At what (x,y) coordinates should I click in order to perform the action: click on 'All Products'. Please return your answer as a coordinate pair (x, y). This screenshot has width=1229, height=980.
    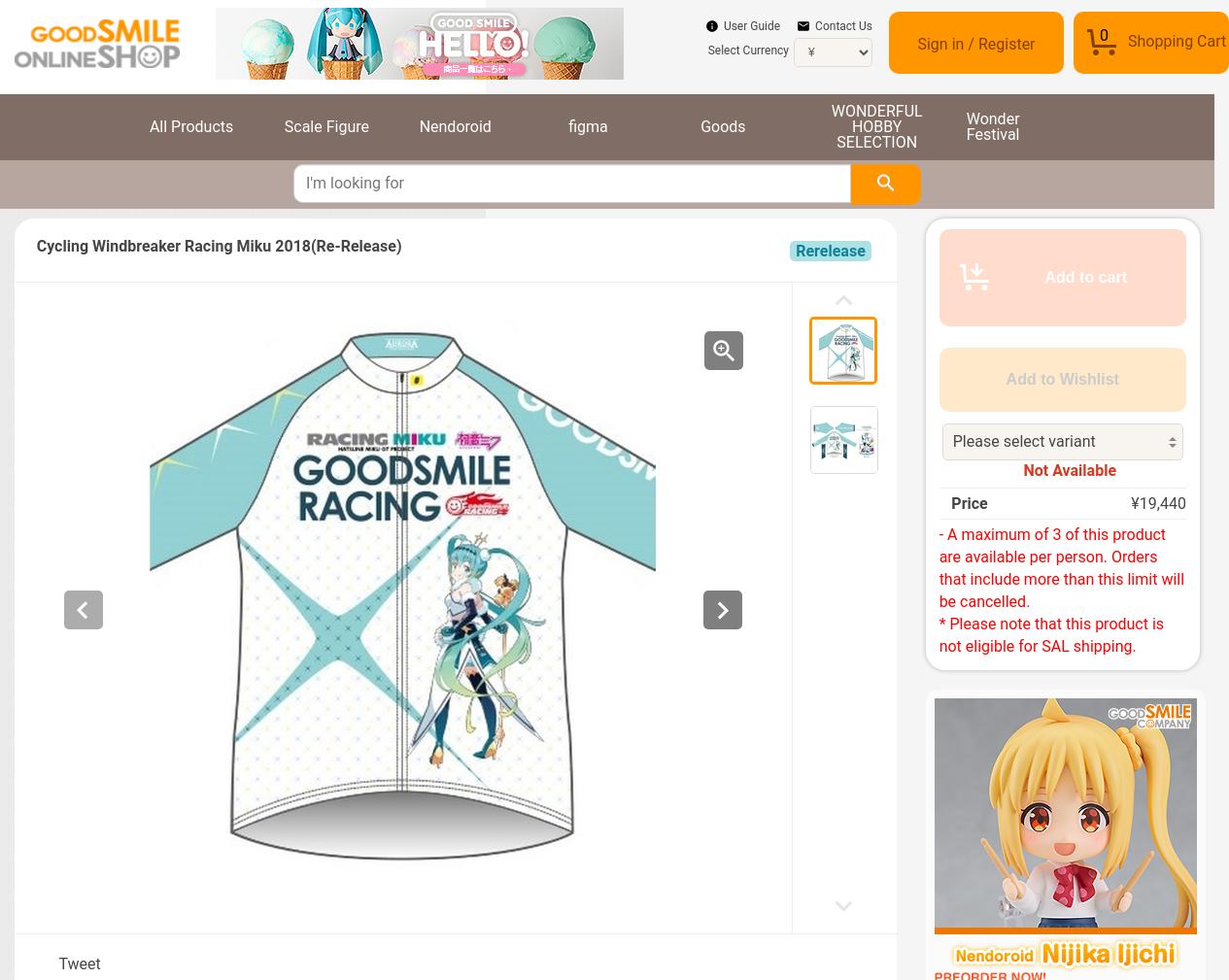
    Looking at the image, I should click on (190, 124).